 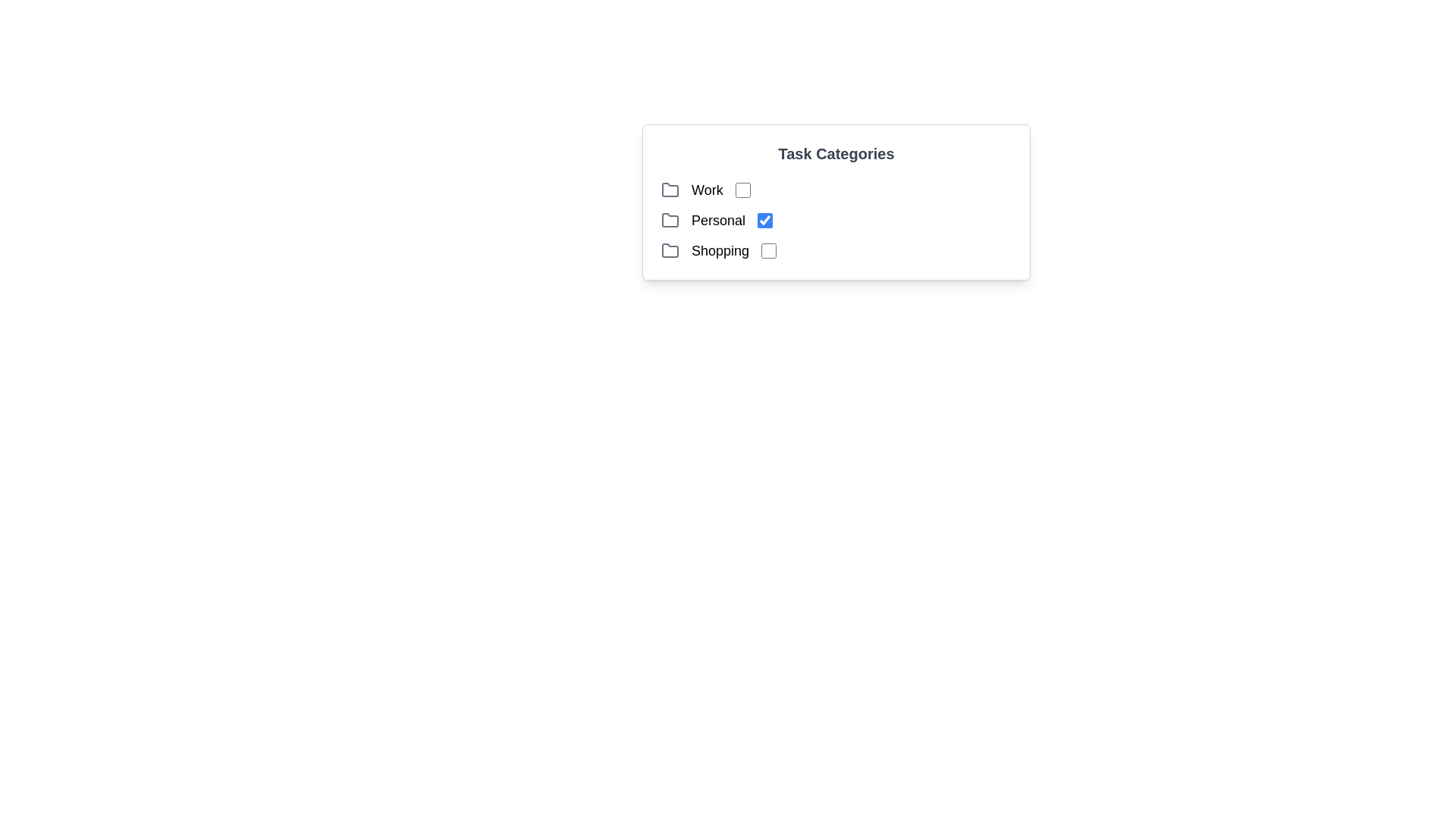 I want to click on the text label 'Work' which is positioned between a folder icon and a checkbox under the 'Task Categories' section, so click(x=706, y=189).